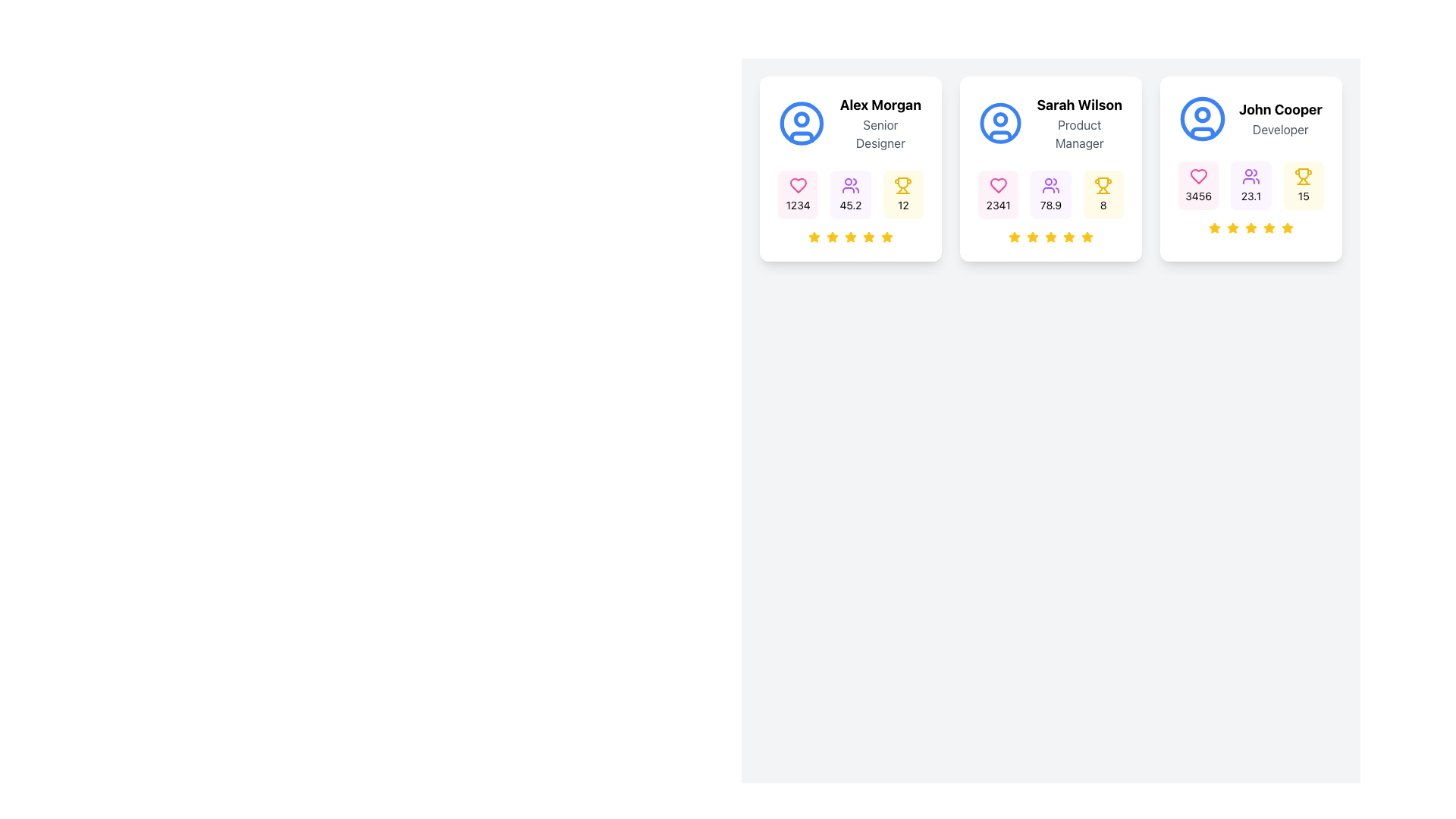 Image resolution: width=1456 pixels, height=819 pixels. What do you see at coordinates (1103, 205) in the screenshot?
I see `the numerical value display located within the third profile card, positioned below the trophy icon in the yellow-background section` at bounding box center [1103, 205].